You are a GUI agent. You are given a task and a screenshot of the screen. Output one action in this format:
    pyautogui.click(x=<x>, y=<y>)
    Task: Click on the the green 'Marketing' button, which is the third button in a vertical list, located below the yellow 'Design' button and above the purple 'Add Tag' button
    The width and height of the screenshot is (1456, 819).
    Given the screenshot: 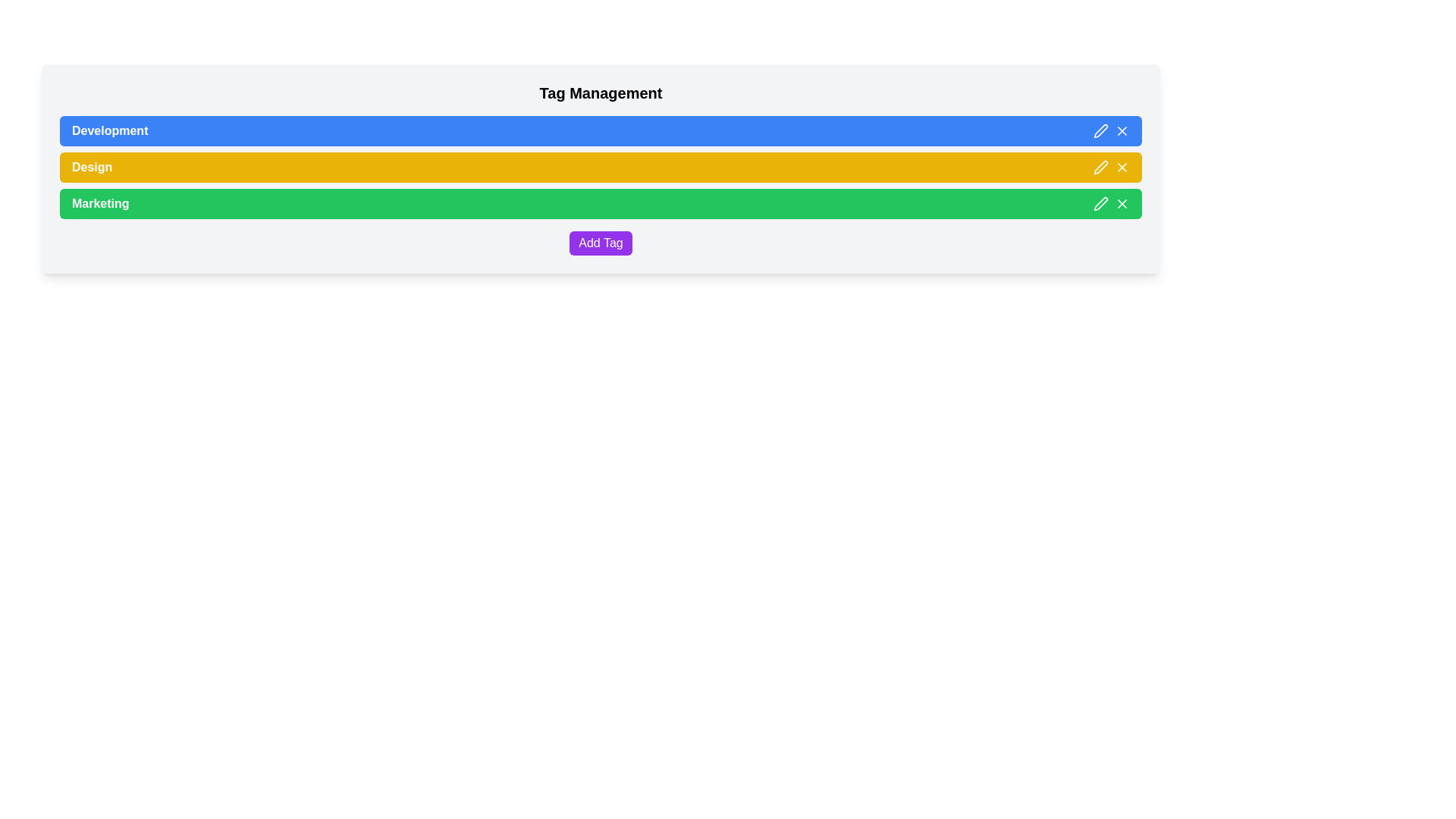 What is the action you would take?
    pyautogui.click(x=600, y=203)
    